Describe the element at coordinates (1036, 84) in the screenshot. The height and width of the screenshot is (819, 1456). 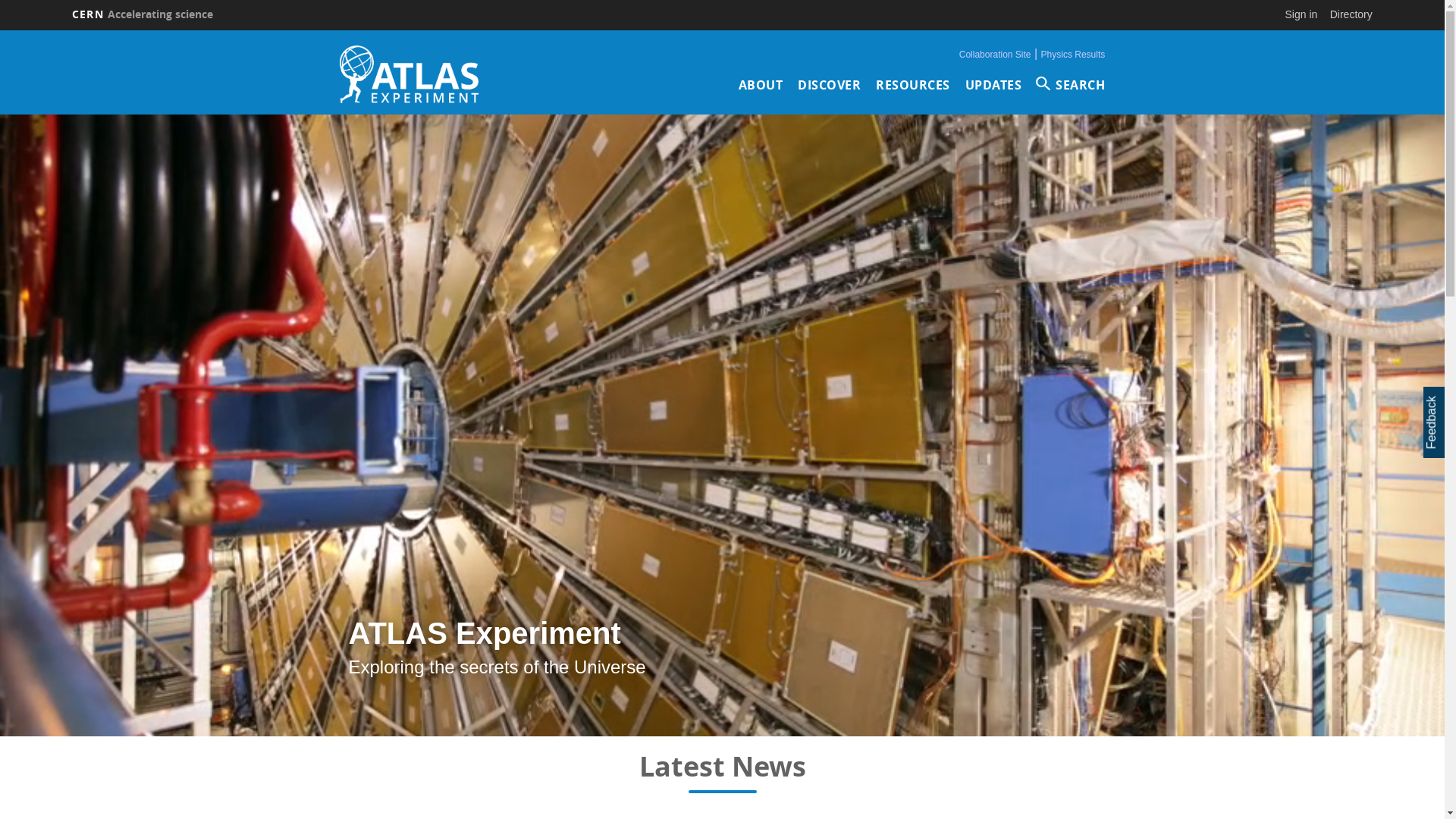
I see `'SEARCH'` at that location.